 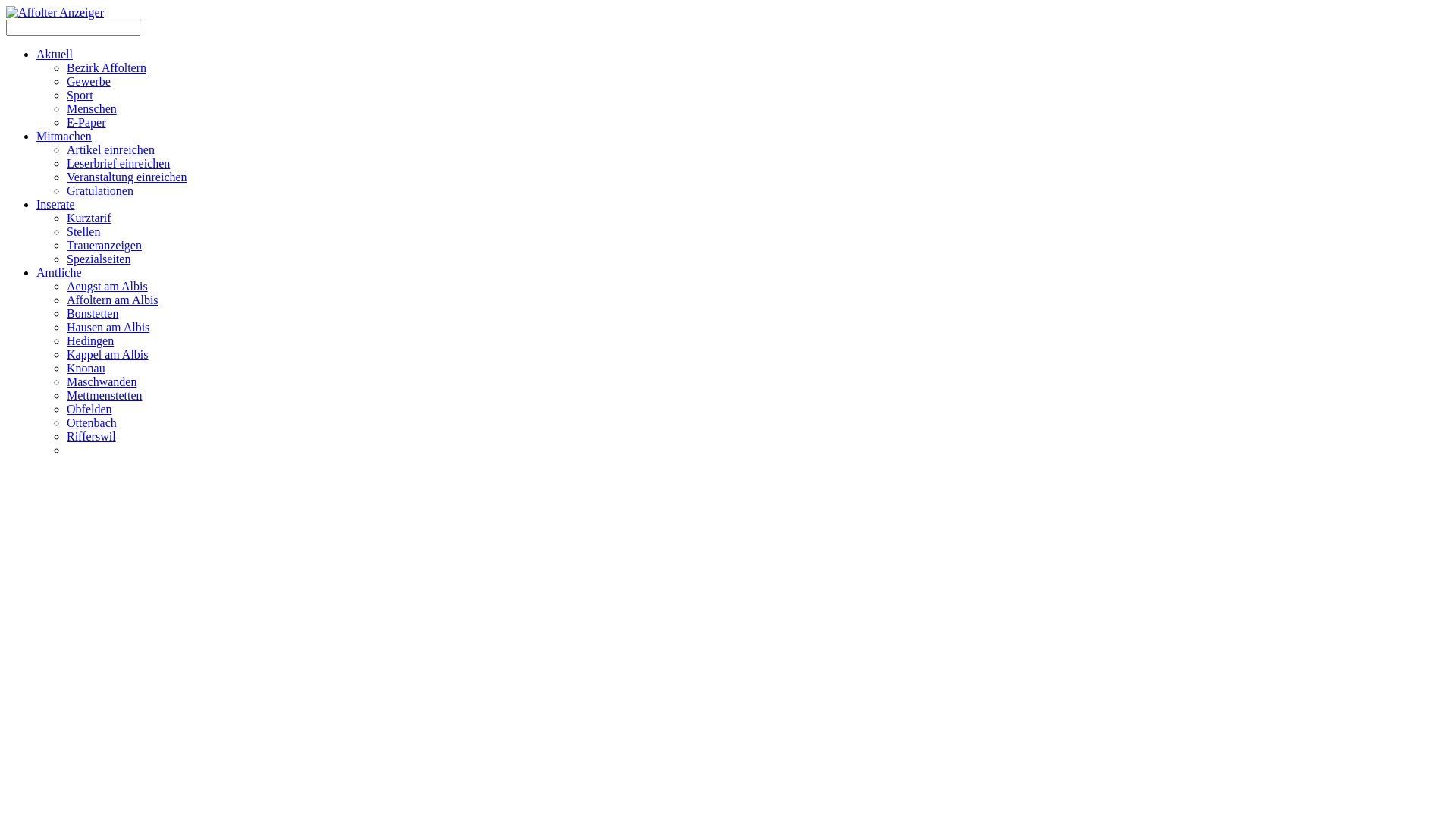 I want to click on 'Hedingen', so click(x=89, y=340).